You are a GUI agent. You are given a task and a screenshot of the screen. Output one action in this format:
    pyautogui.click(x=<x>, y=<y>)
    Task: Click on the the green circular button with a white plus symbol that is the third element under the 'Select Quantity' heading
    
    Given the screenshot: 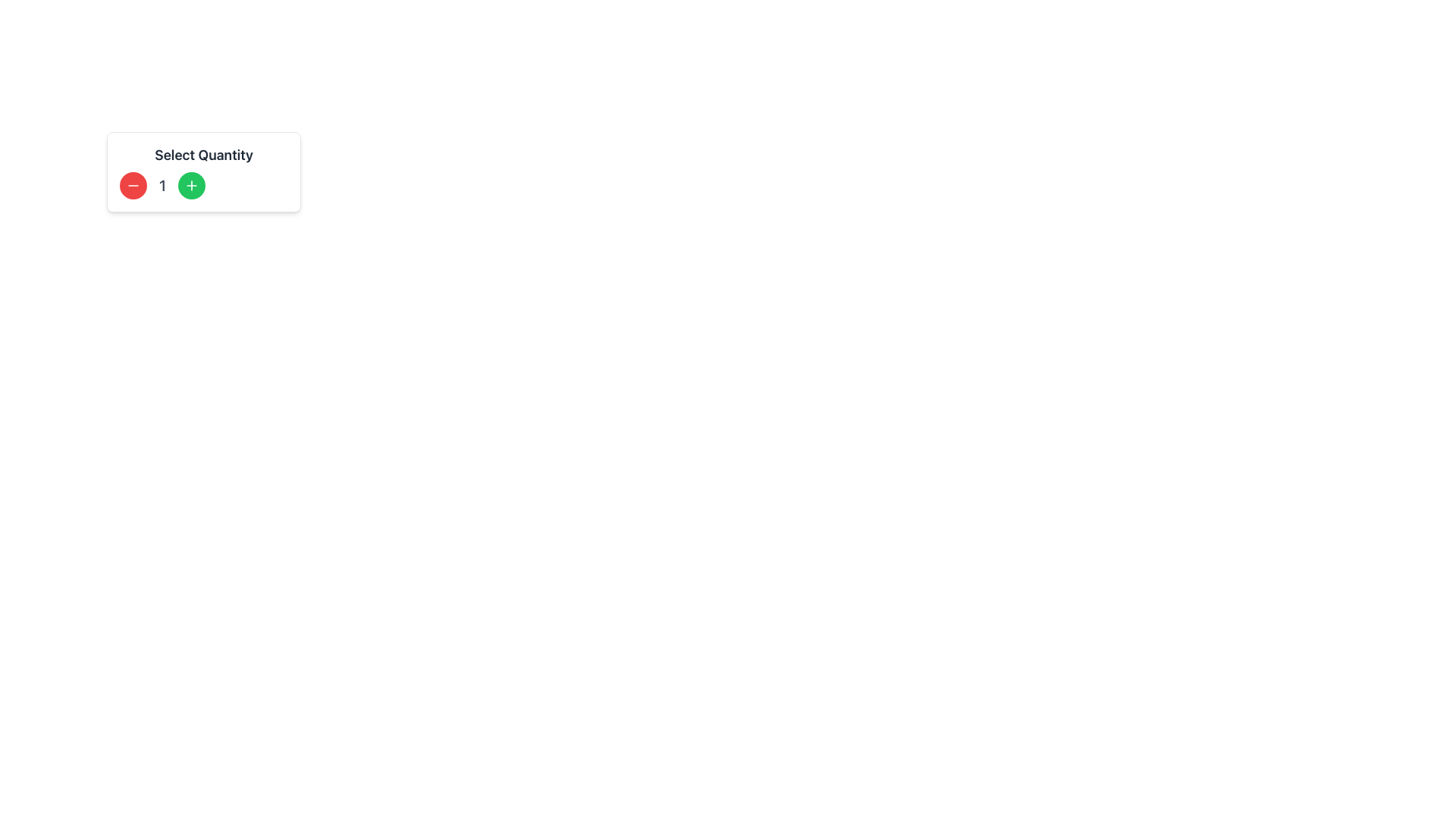 What is the action you would take?
    pyautogui.click(x=202, y=185)
    